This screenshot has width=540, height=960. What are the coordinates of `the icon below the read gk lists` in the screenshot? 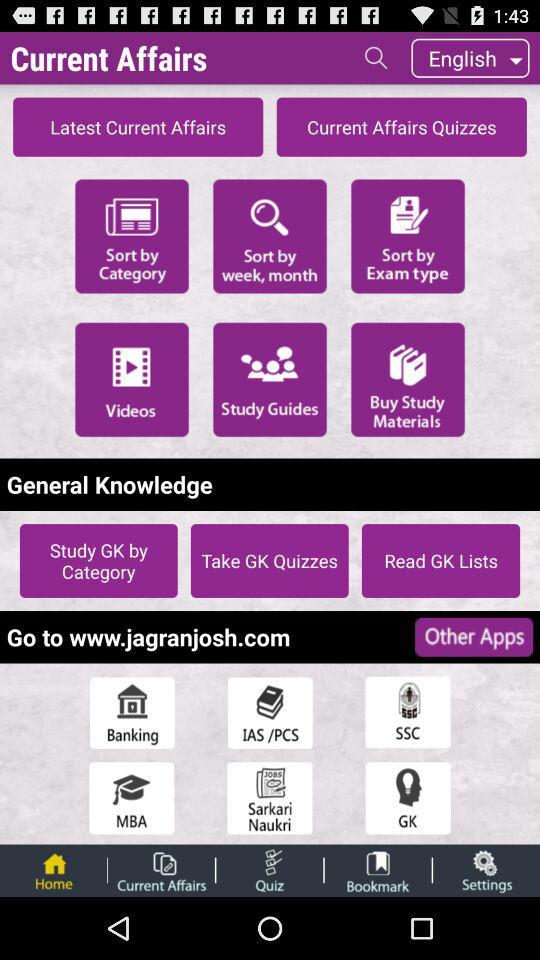 It's located at (473, 636).